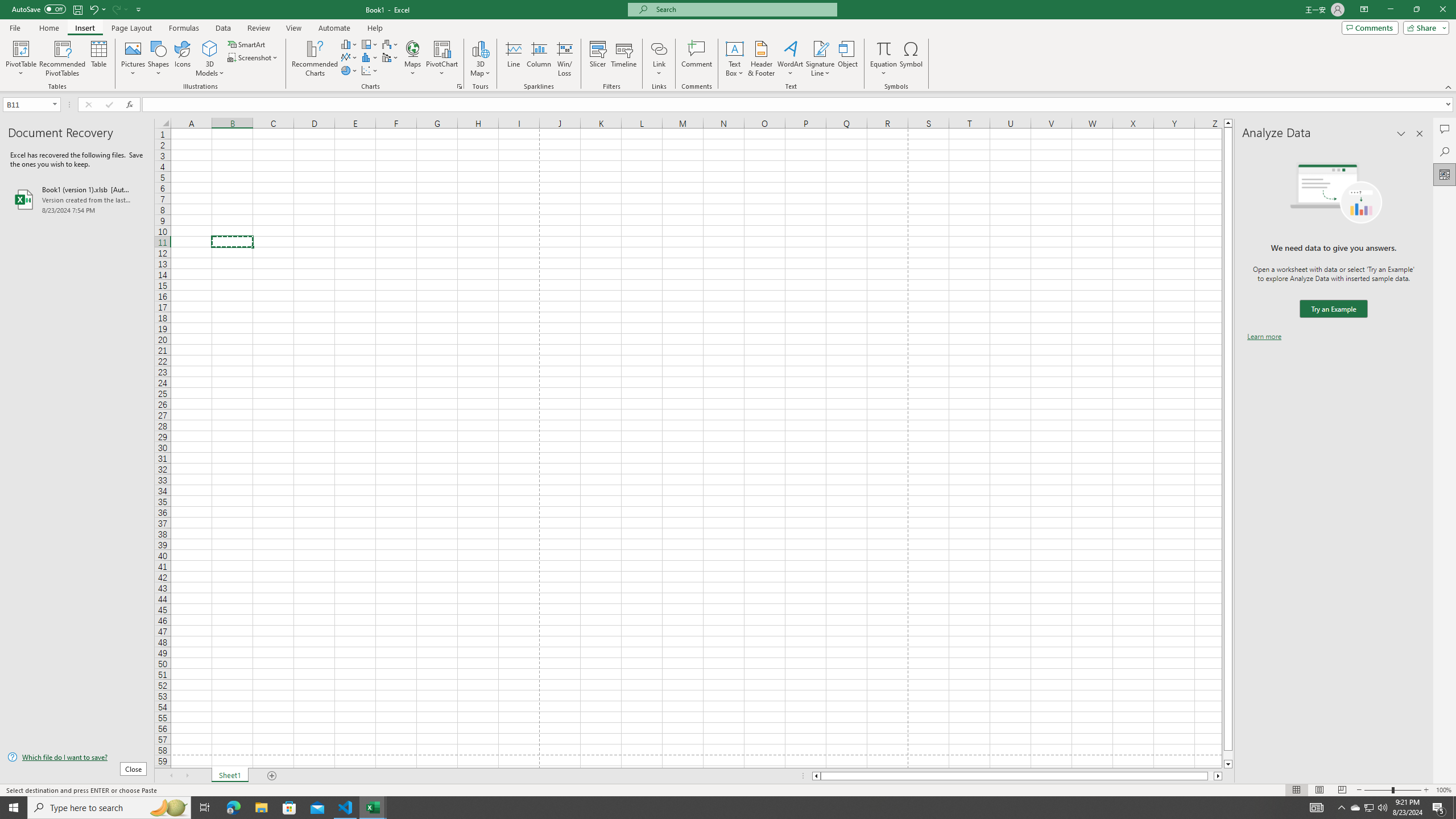  I want to click on 'Symbol...', so click(911, 59).